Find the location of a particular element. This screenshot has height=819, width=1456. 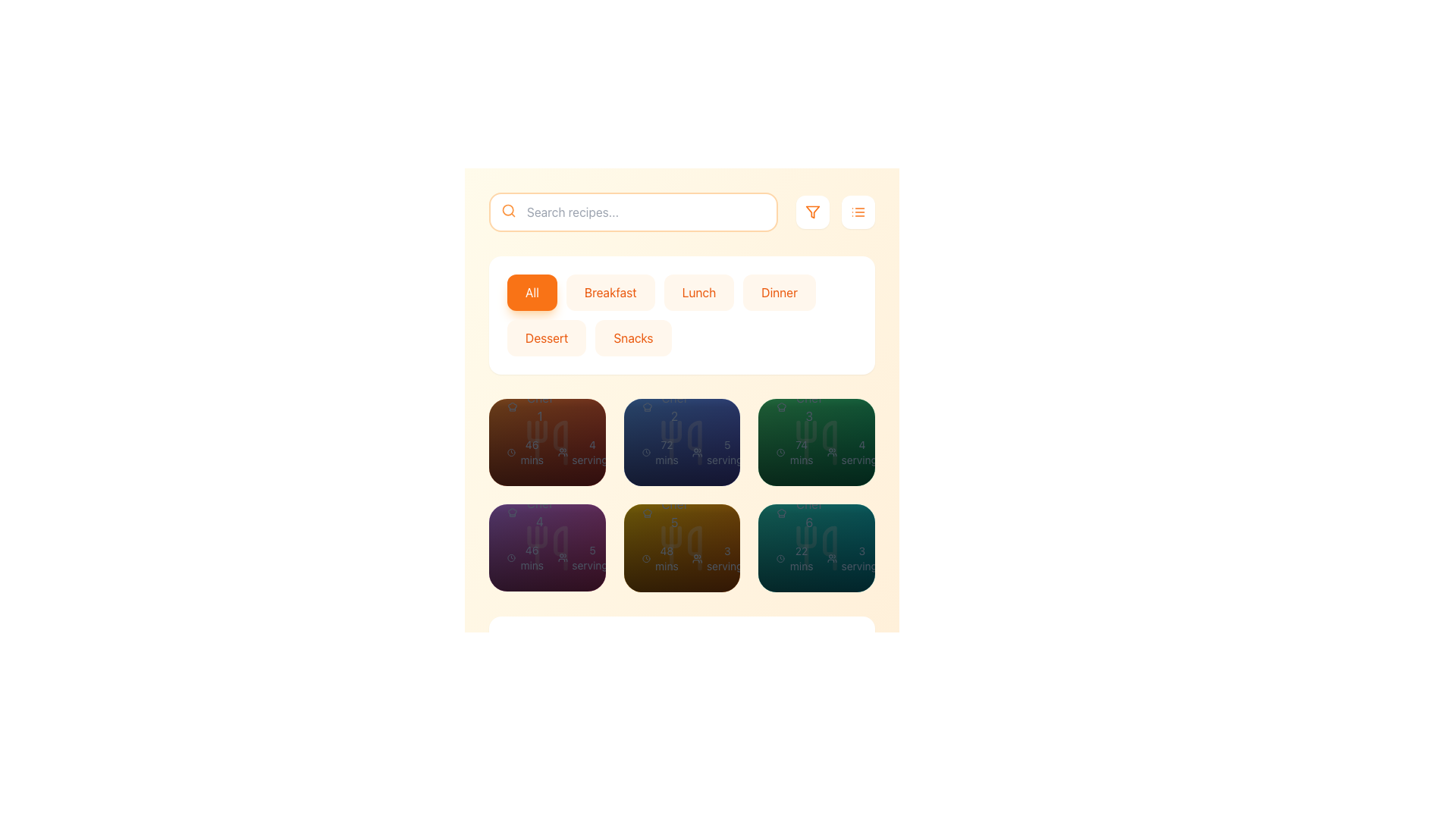

the 'Snacks' button, which is a rectangular button with rounded corners and a light orange background is located at coordinates (633, 337).